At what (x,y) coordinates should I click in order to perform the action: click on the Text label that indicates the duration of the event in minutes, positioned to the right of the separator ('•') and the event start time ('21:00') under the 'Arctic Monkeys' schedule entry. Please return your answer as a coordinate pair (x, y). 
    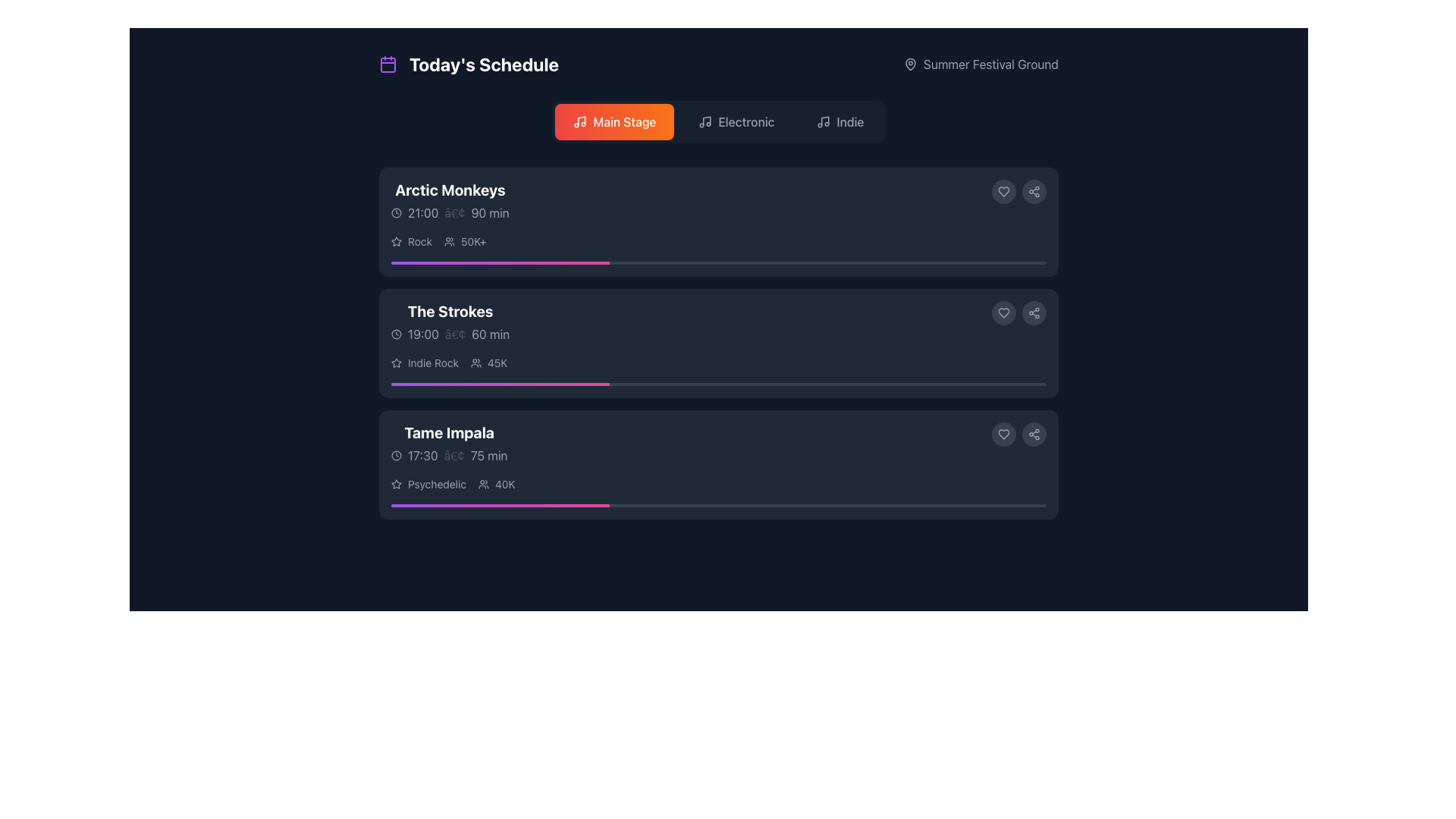
    Looking at the image, I should click on (490, 213).